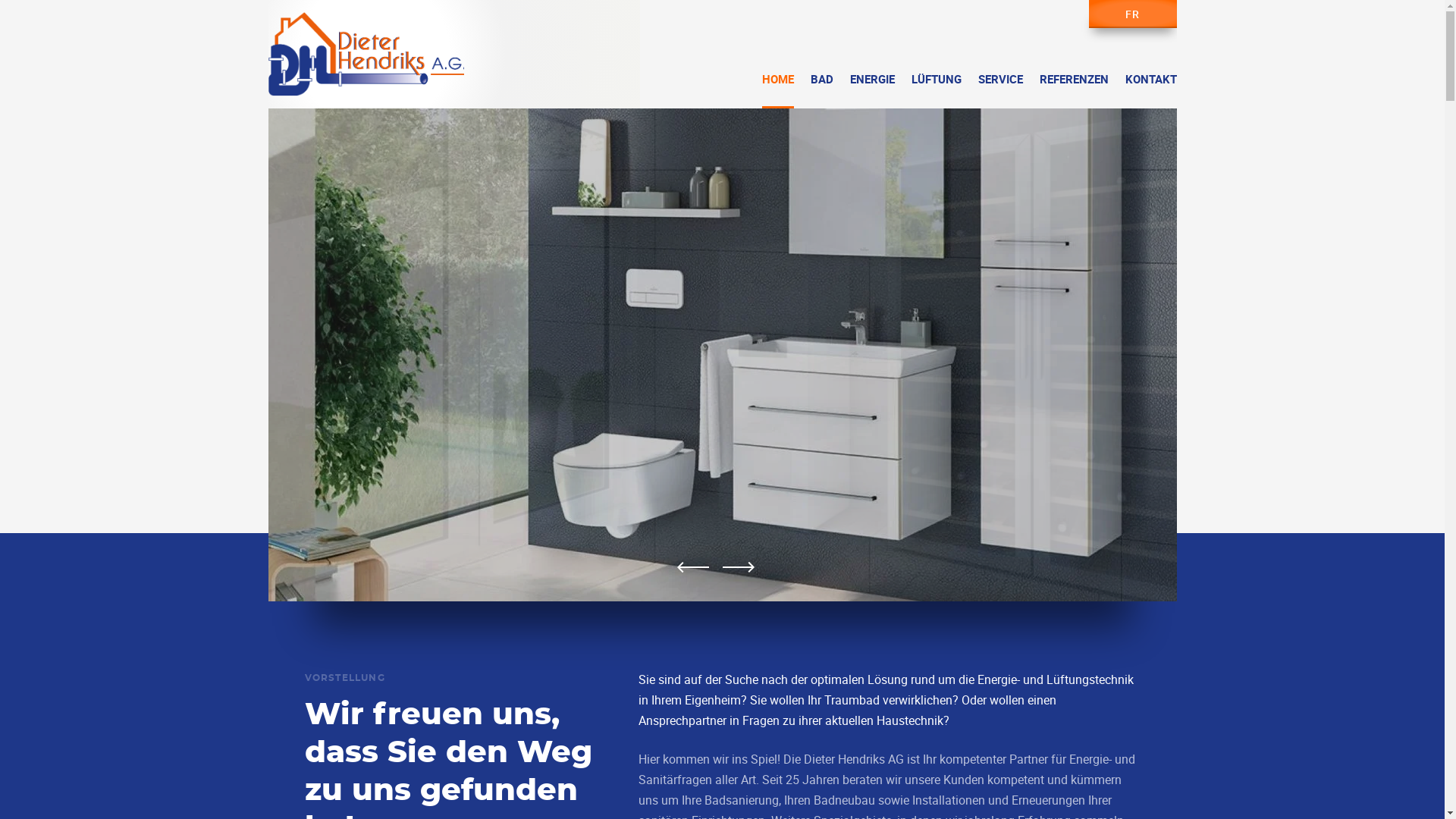 This screenshot has height=819, width=1456. Describe the element at coordinates (821, 90) in the screenshot. I see `'BAD'` at that location.